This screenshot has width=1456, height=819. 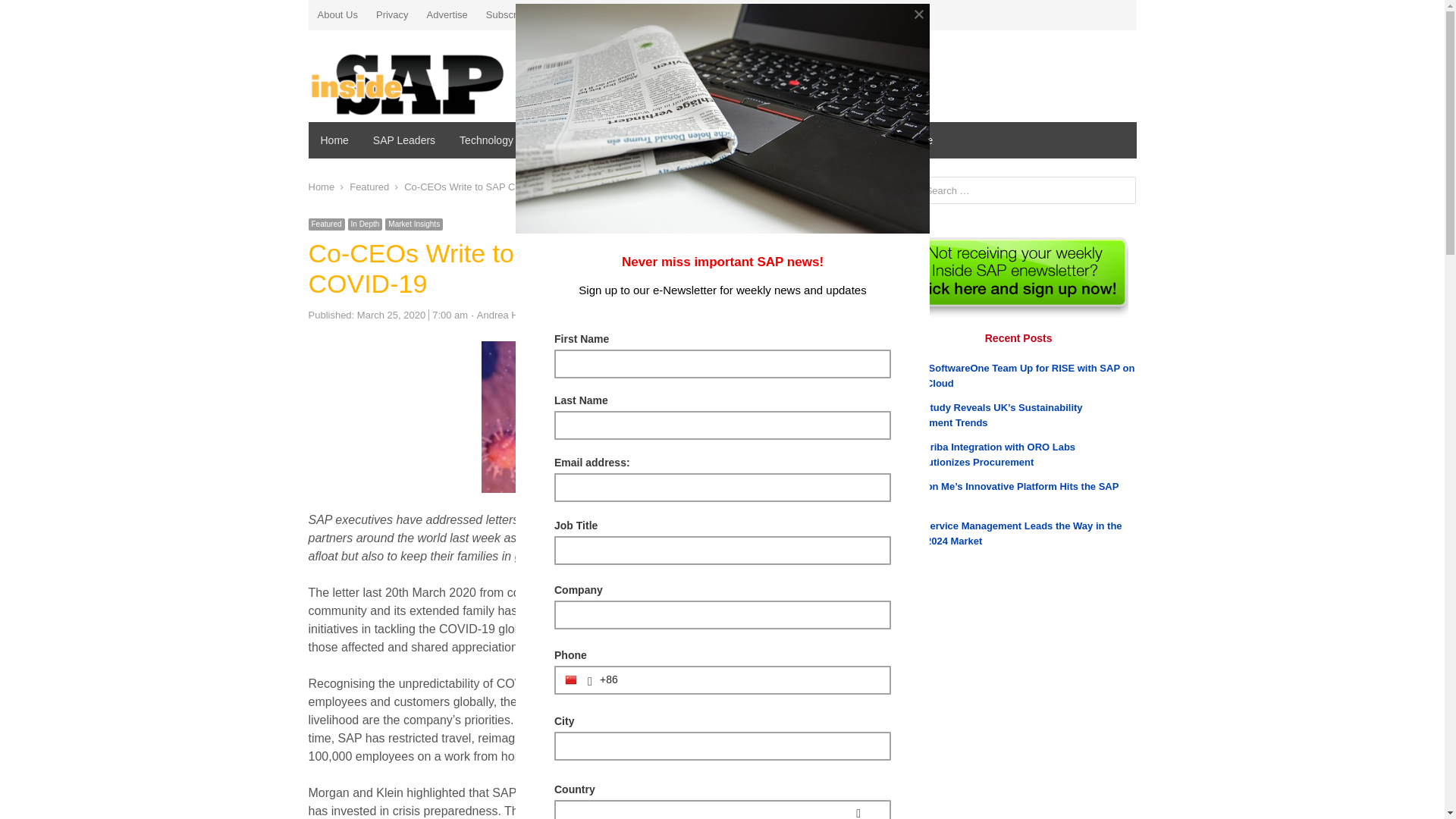 What do you see at coordinates (1018, 375) in the screenshot?
I see `'AWS, SoftwareOne Team Up for RISE with SAP on AWS Cloud'` at bounding box center [1018, 375].